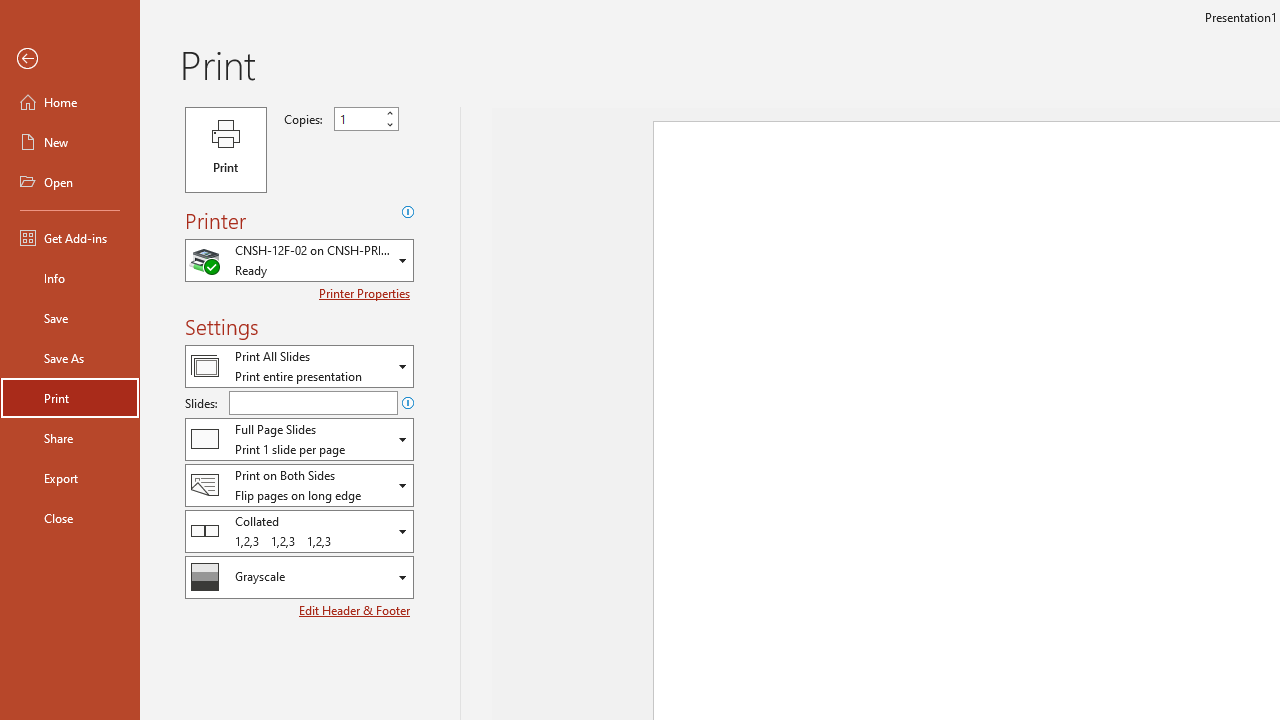 This screenshot has height=720, width=1280. What do you see at coordinates (298, 366) in the screenshot?
I see `'Print What'` at bounding box center [298, 366].